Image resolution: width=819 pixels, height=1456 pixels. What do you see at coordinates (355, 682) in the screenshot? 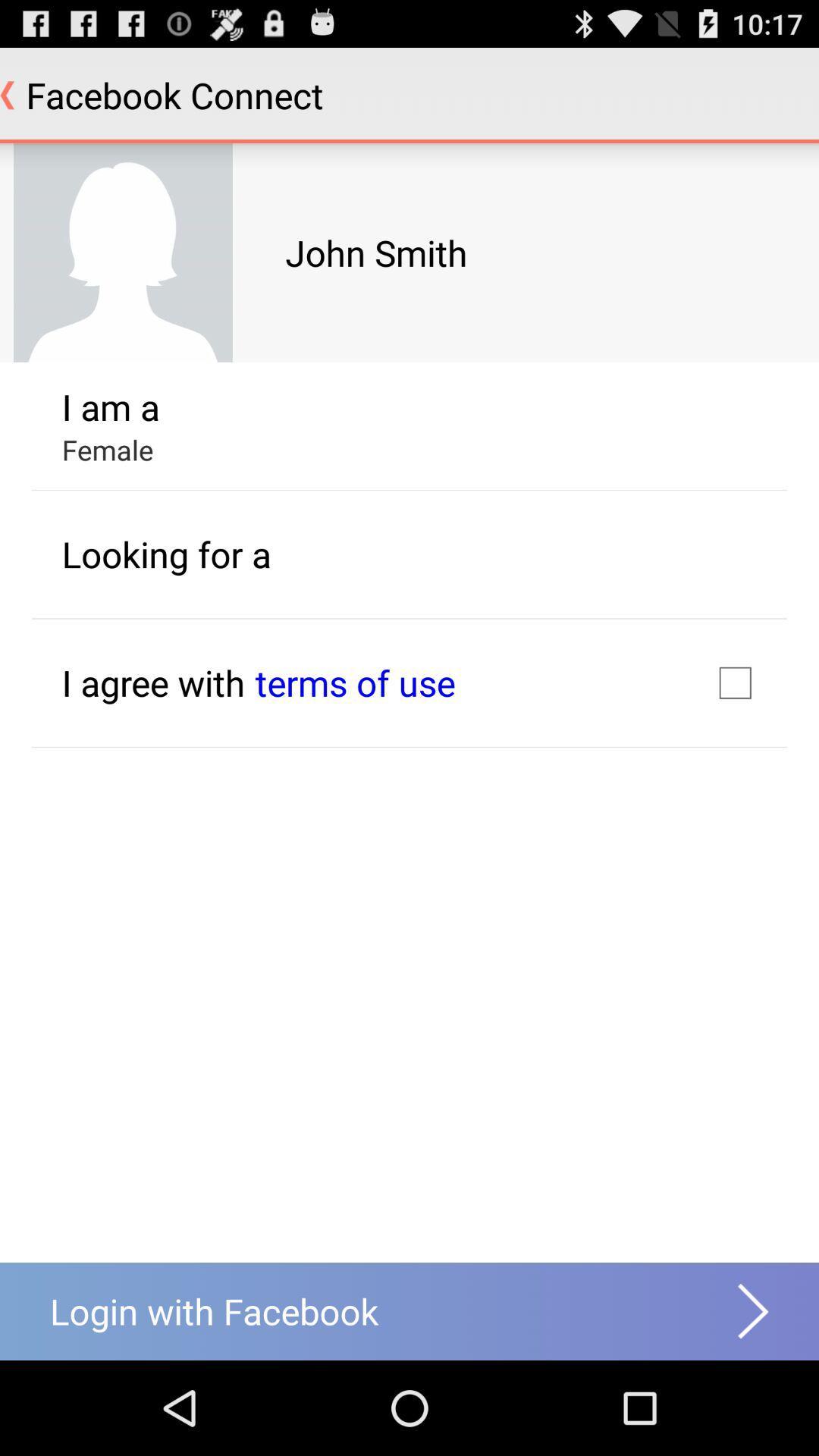
I see `icon below the looking for a icon` at bounding box center [355, 682].